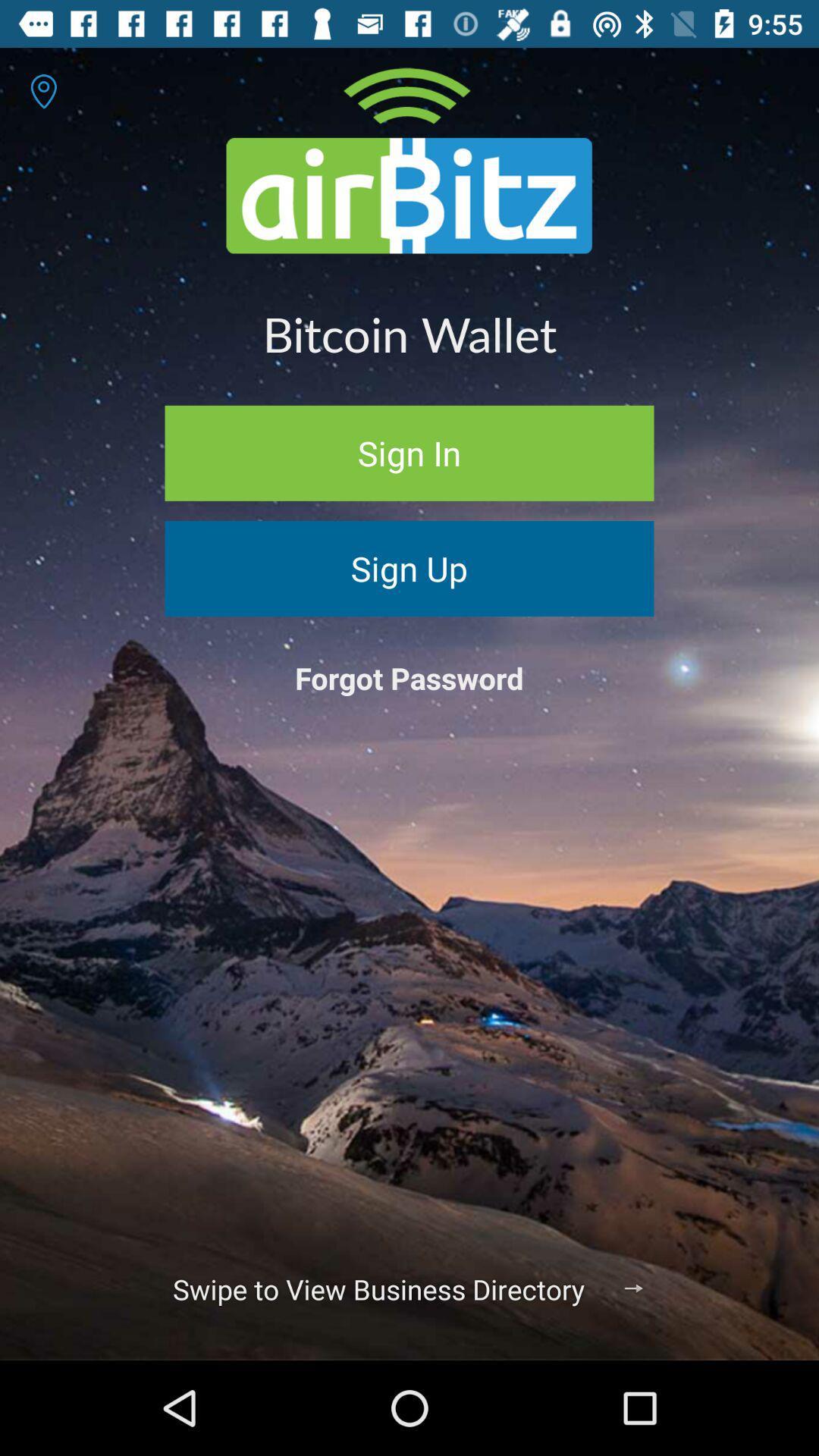 This screenshot has height=1456, width=819. What do you see at coordinates (42, 90) in the screenshot?
I see `icon above bitcoin wallet icon` at bounding box center [42, 90].